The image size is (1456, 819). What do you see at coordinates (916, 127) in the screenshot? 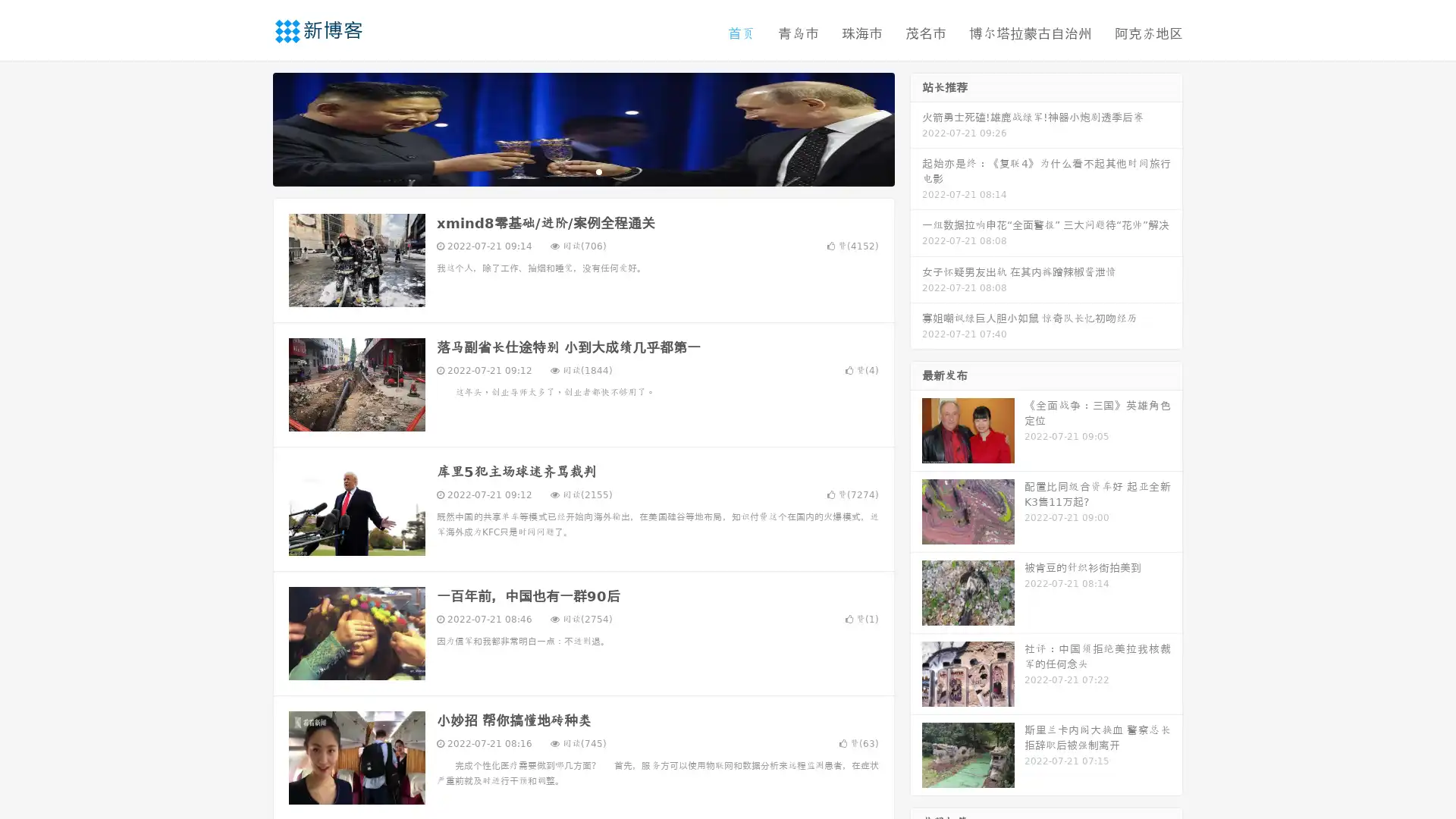
I see `Next slide` at bounding box center [916, 127].